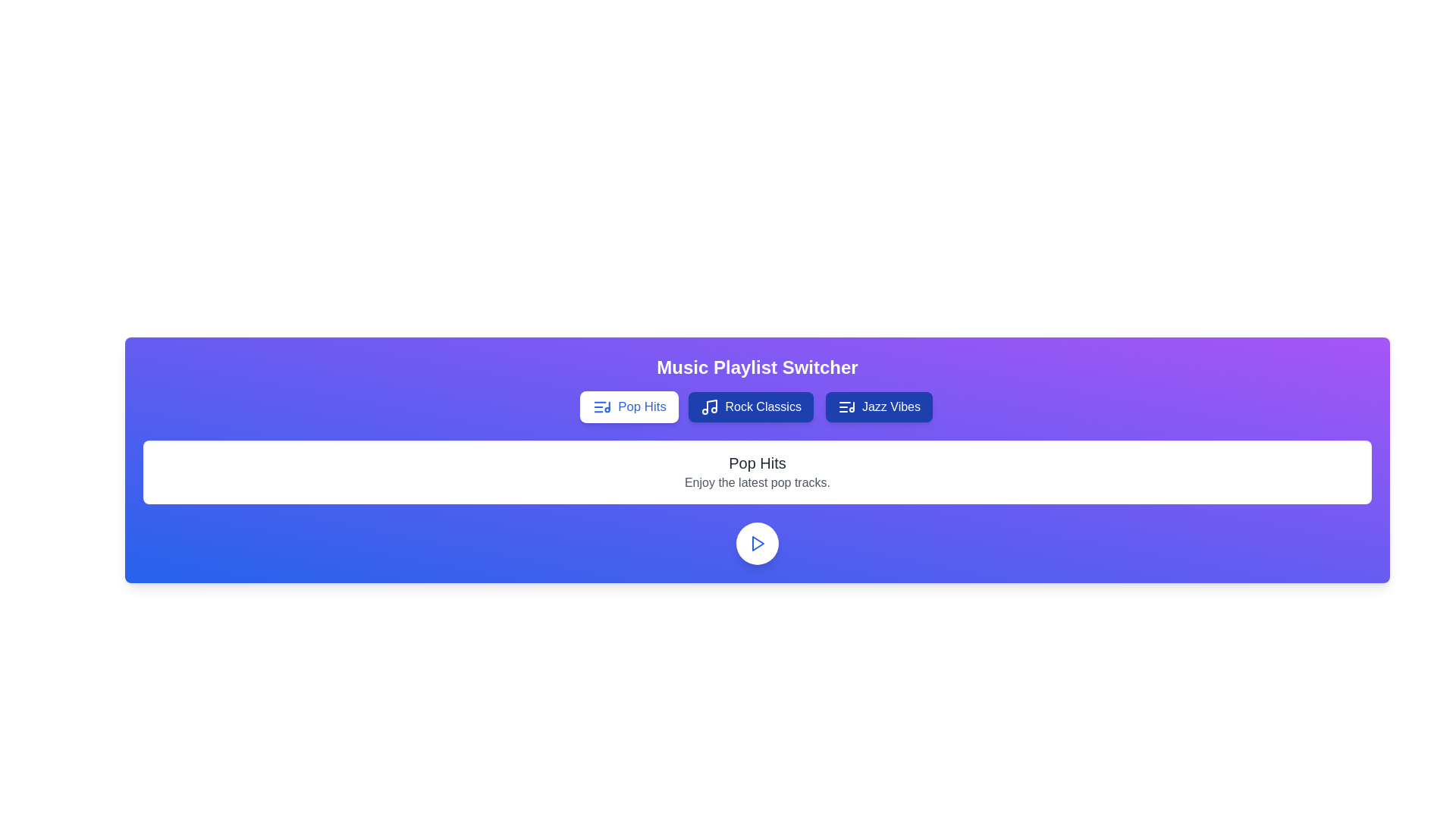 The width and height of the screenshot is (1456, 819). What do you see at coordinates (709, 406) in the screenshot?
I see `the 'Rock Classics' icon which visually signifies the playlist, located in the middle section of the interface between 'Pop Hits' and 'Jazz Vibes'` at bounding box center [709, 406].